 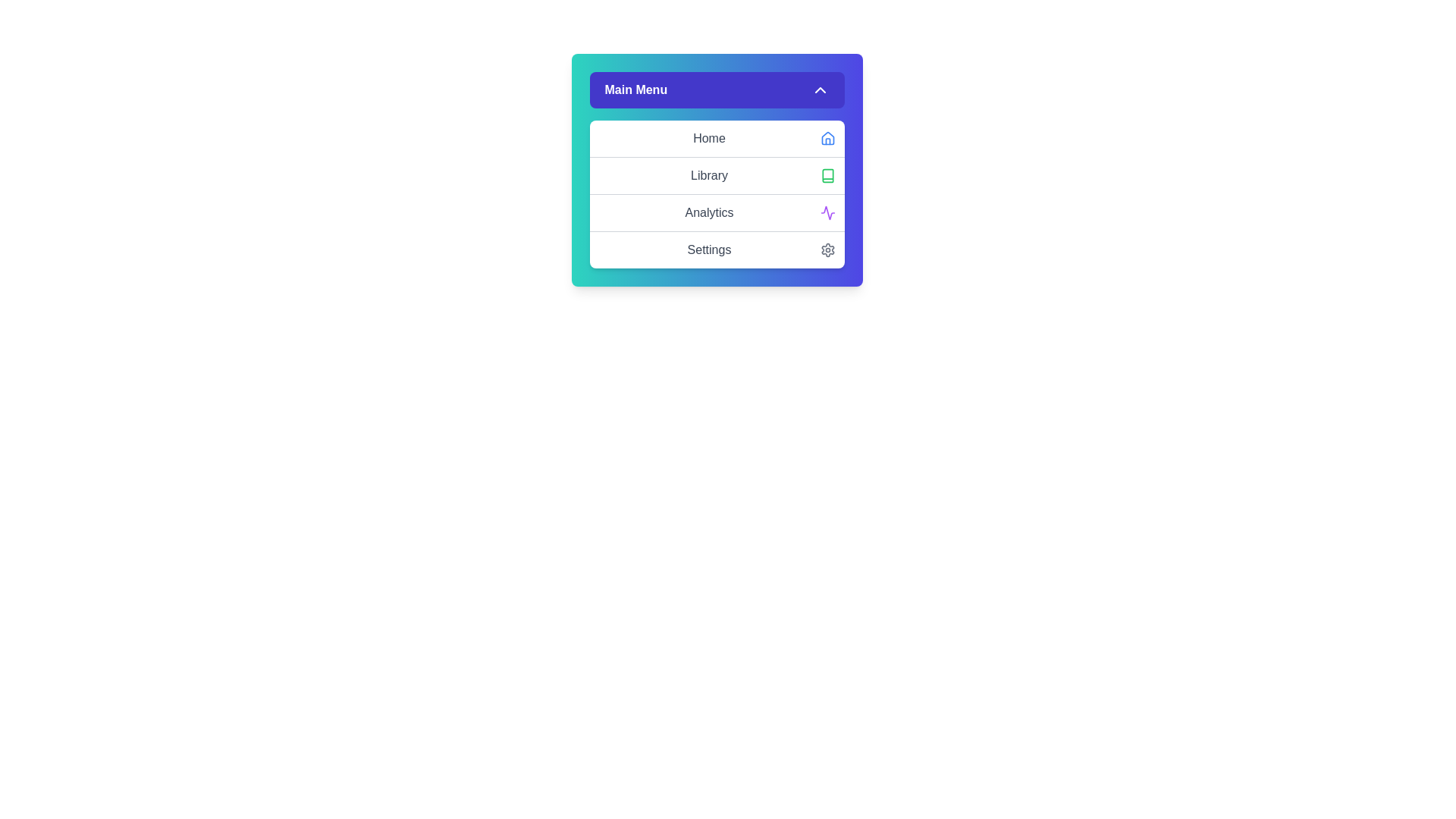 I want to click on the menu item labeled Home, so click(x=716, y=138).